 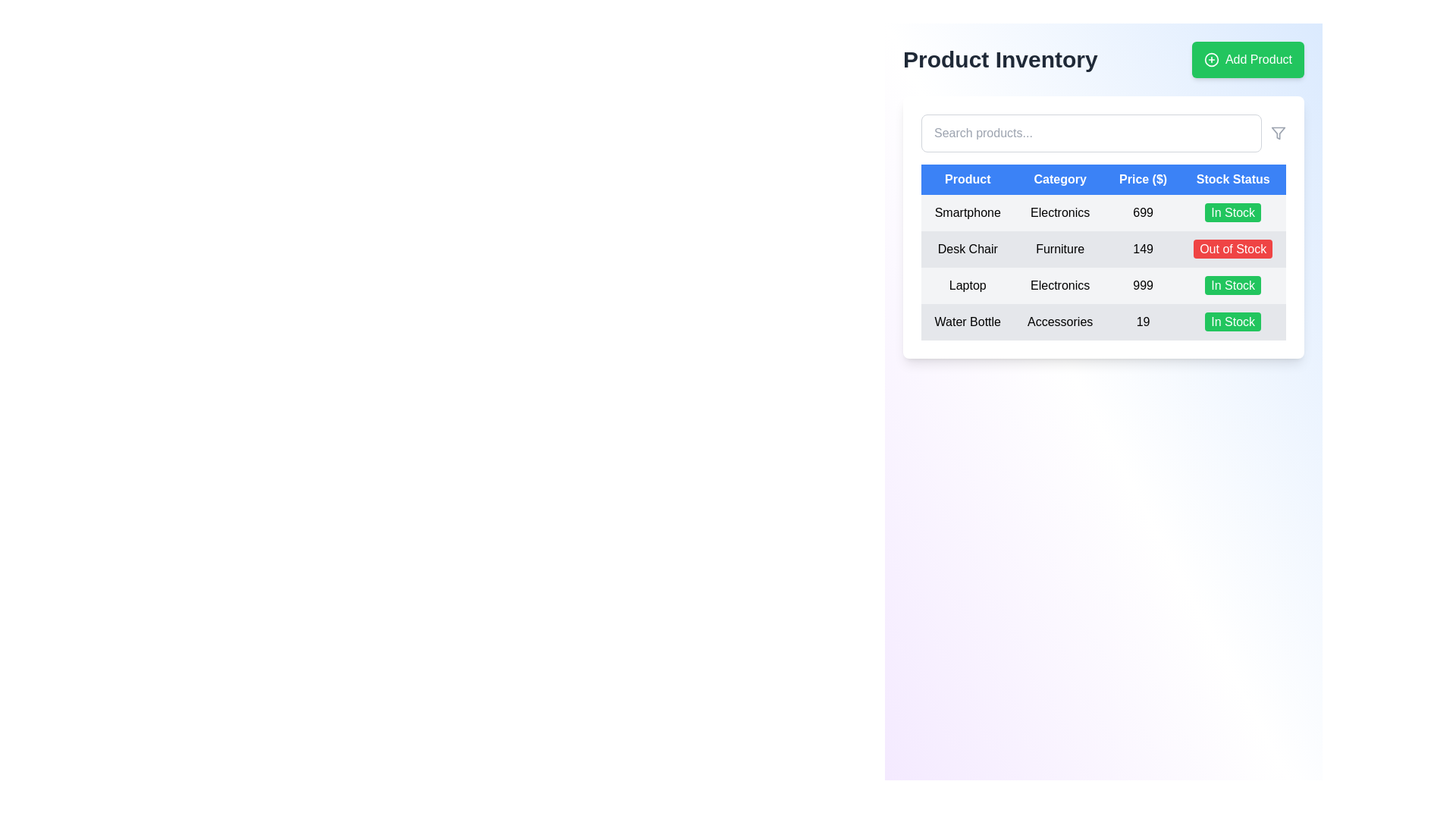 What do you see at coordinates (967, 248) in the screenshot?
I see `the text label displaying 'Desk Chair' in the product details row of the table` at bounding box center [967, 248].